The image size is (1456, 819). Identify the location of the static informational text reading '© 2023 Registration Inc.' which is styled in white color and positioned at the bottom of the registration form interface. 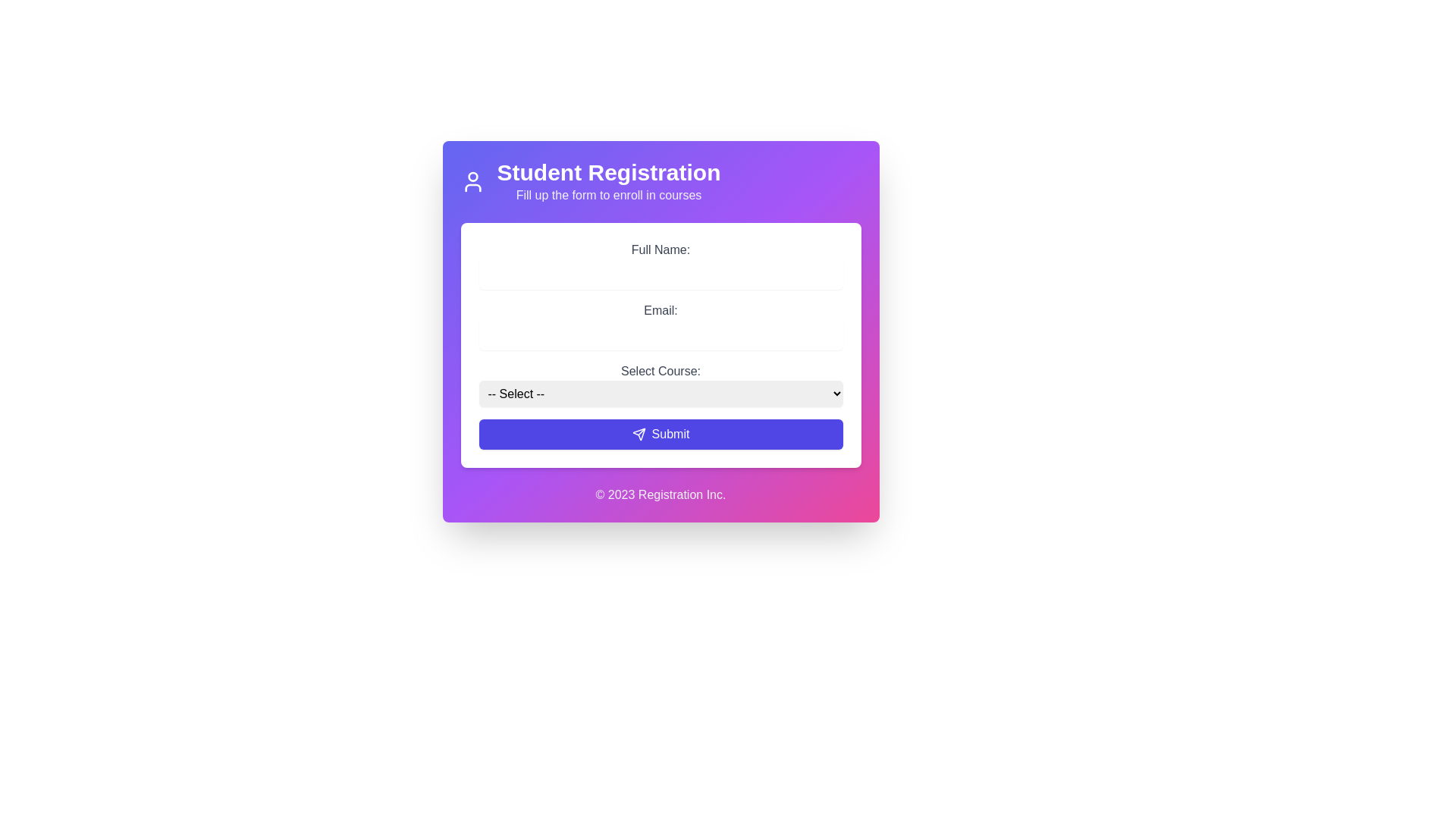
(661, 494).